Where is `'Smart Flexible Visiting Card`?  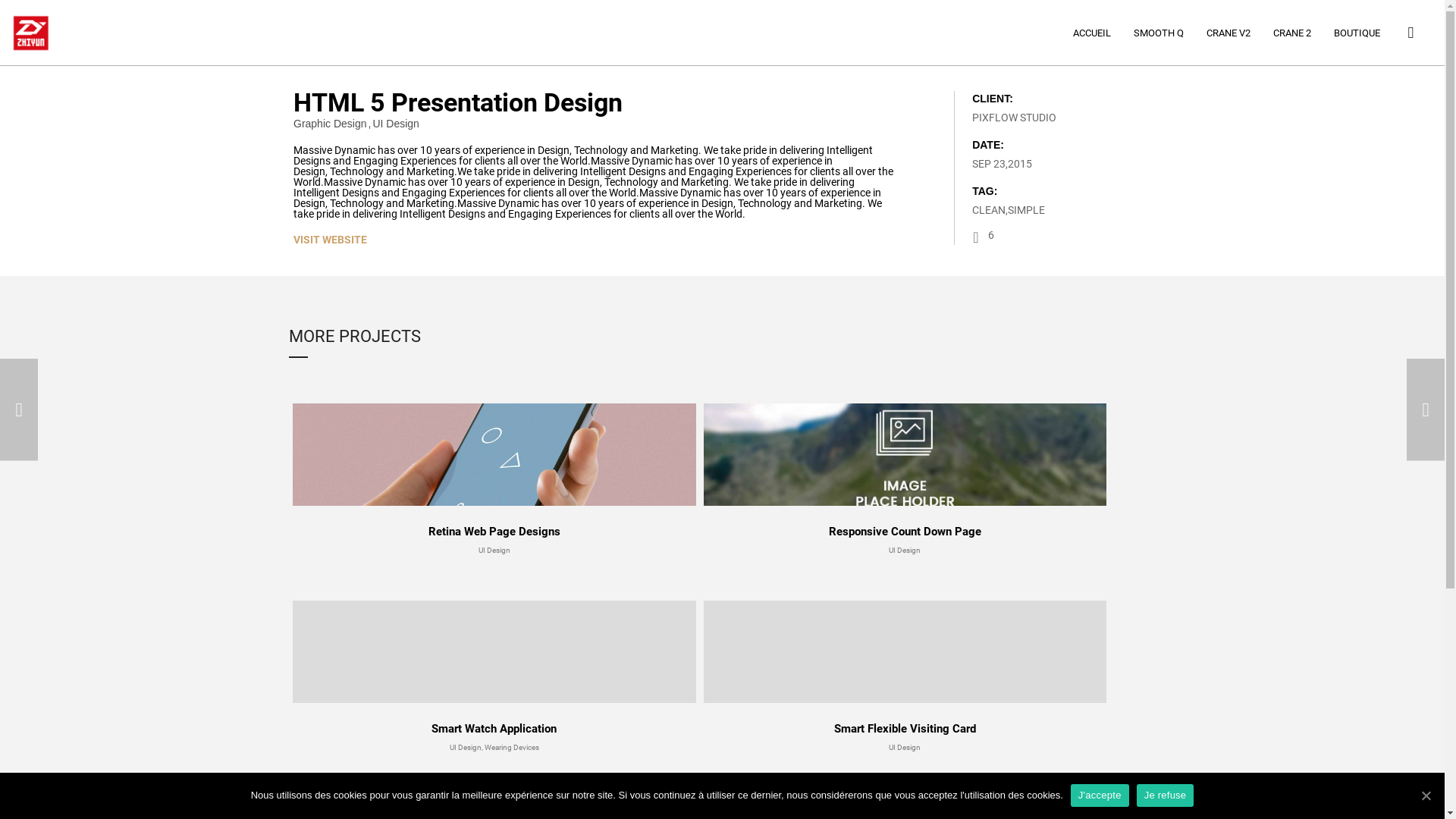 'Smart Flexible Visiting Card is located at coordinates (905, 675).